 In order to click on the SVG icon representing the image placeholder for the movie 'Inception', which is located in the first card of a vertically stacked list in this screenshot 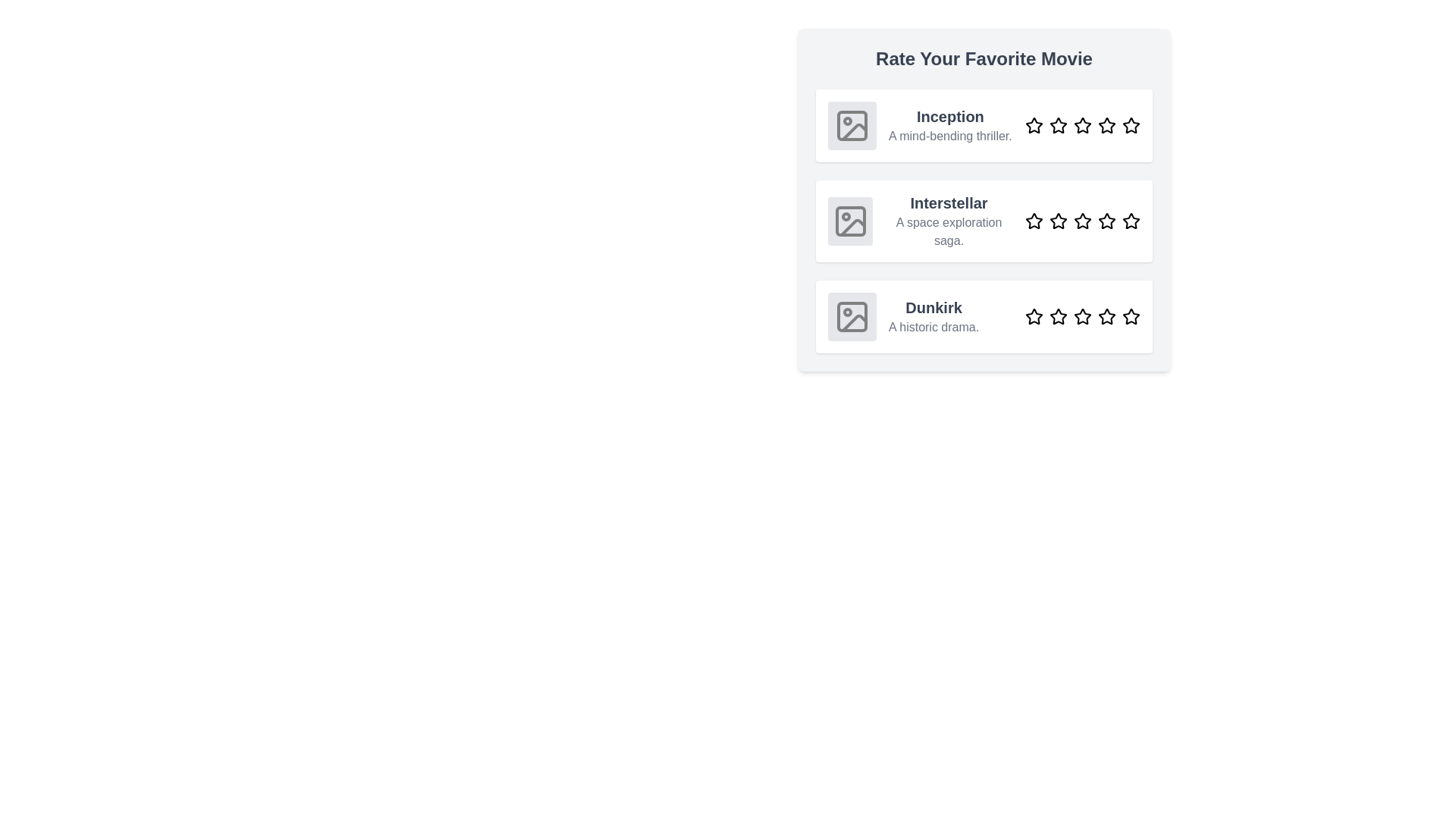, I will do `click(852, 124)`.